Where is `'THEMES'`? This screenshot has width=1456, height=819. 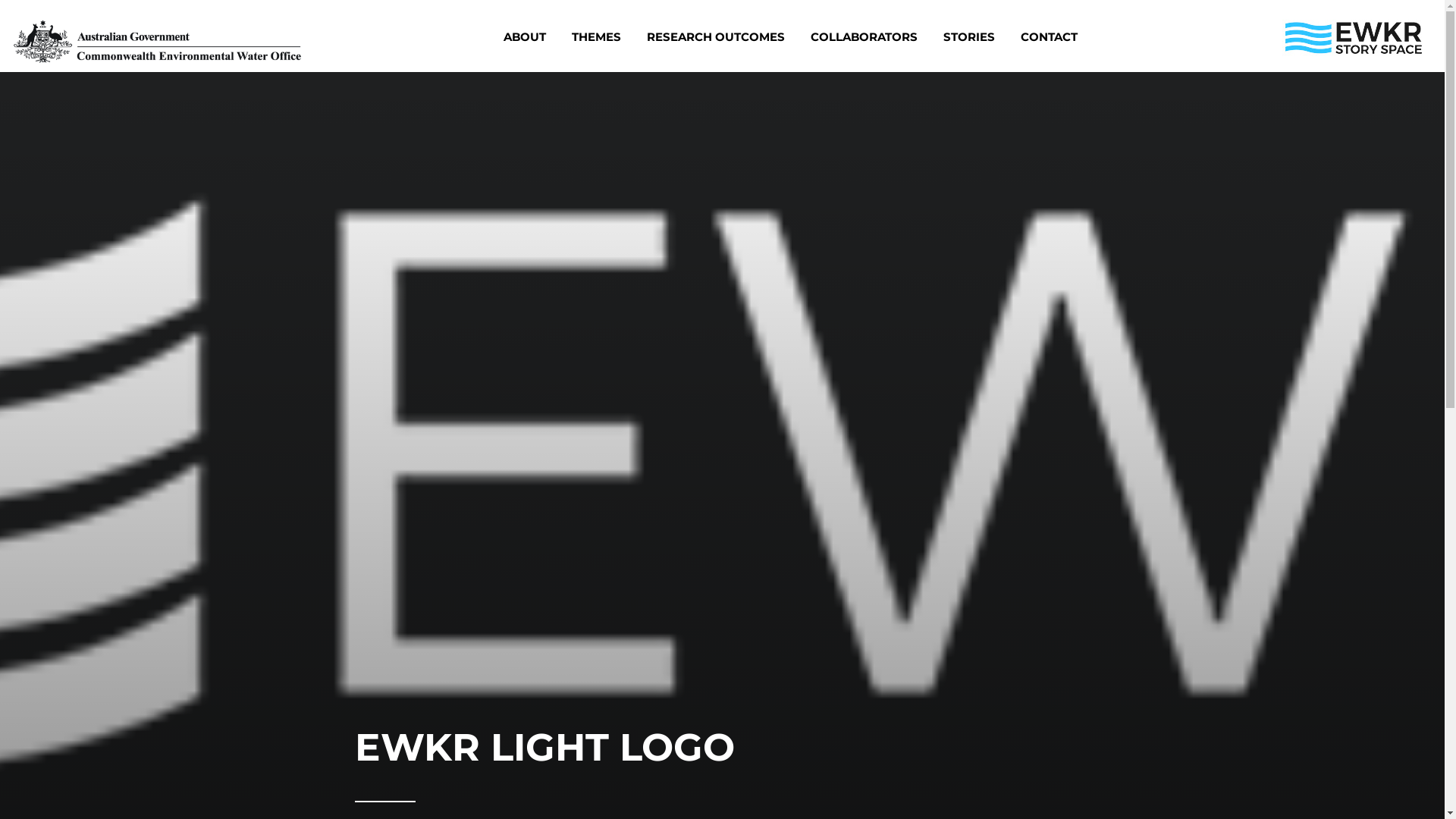
'THEMES' is located at coordinates (595, 36).